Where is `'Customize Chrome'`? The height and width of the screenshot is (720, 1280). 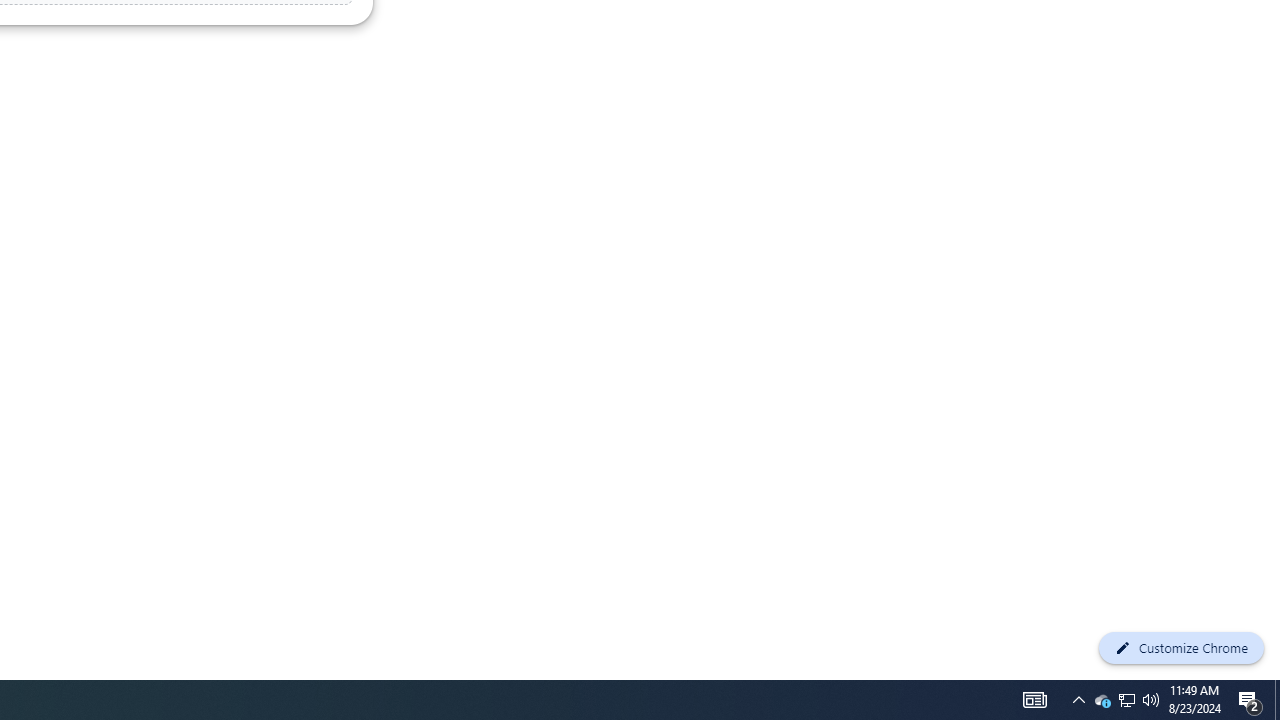
'Customize Chrome' is located at coordinates (1181, 648).